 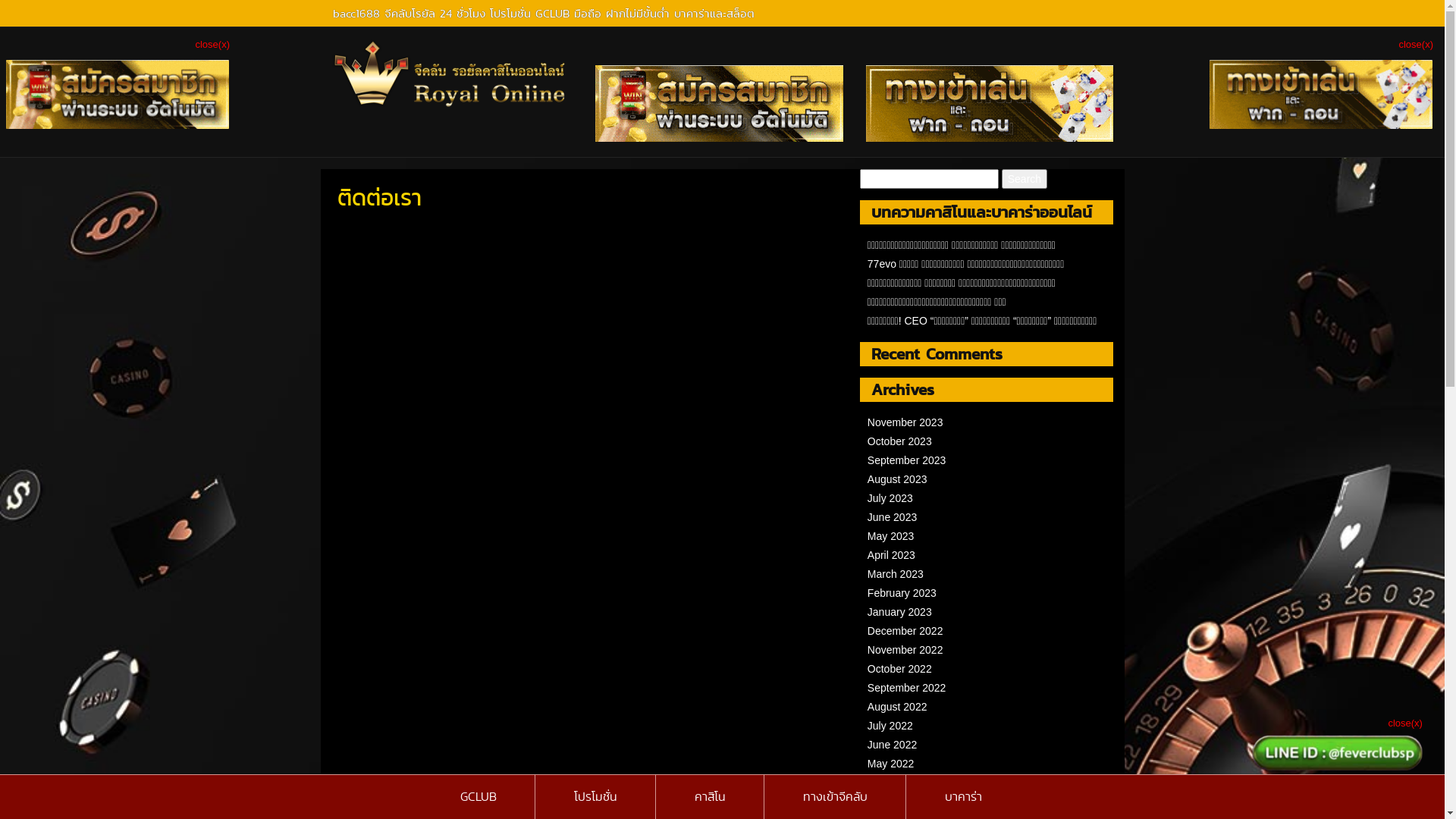 What do you see at coordinates (867, 744) in the screenshot?
I see `'June 2022'` at bounding box center [867, 744].